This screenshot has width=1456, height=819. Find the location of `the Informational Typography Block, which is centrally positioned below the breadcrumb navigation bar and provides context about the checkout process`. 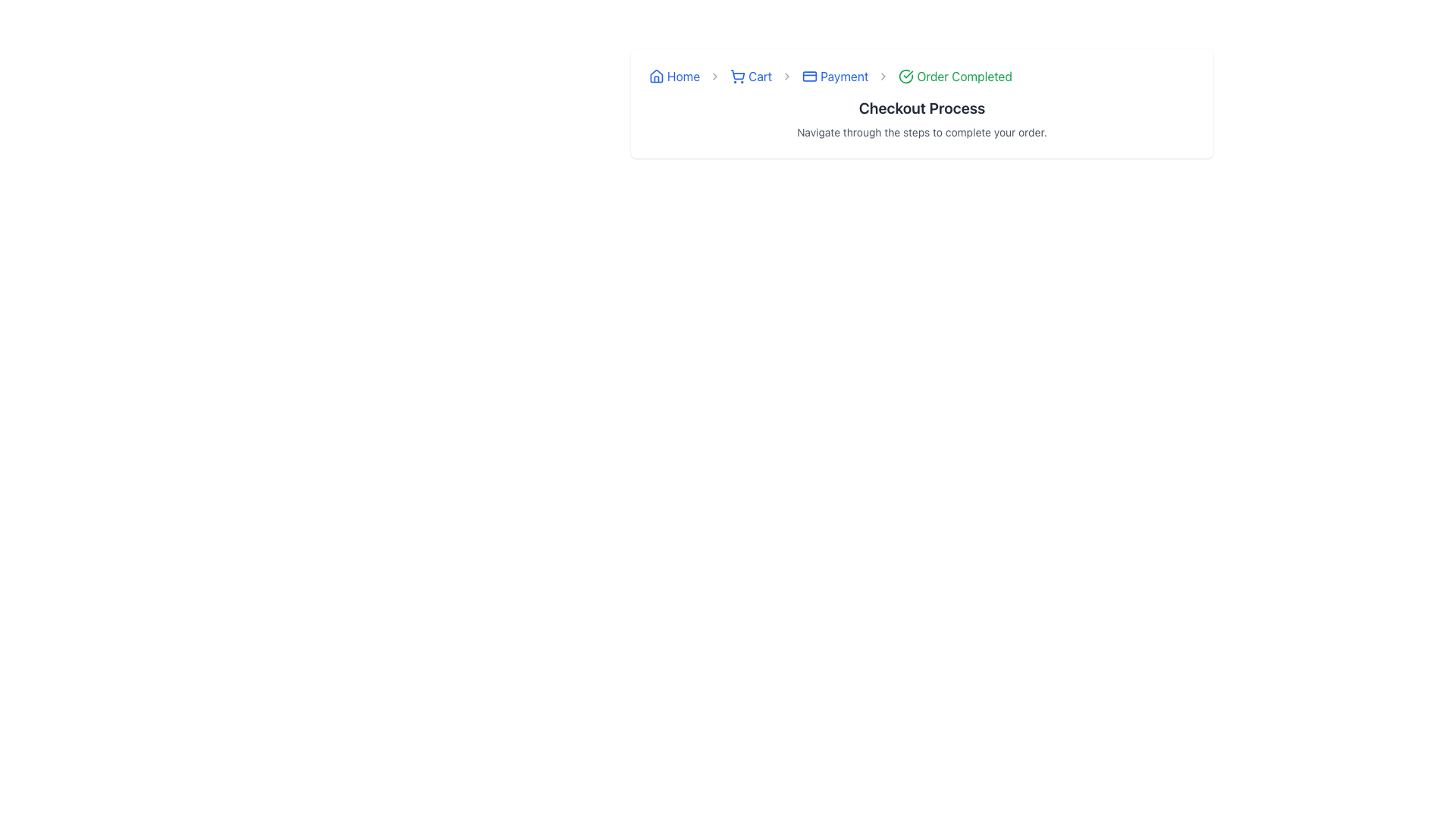

the Informational Typography Block, which is centrally positioned below the breadcrumb navigation bar and provides context about the checkout process is located at coordinates (921, 118).